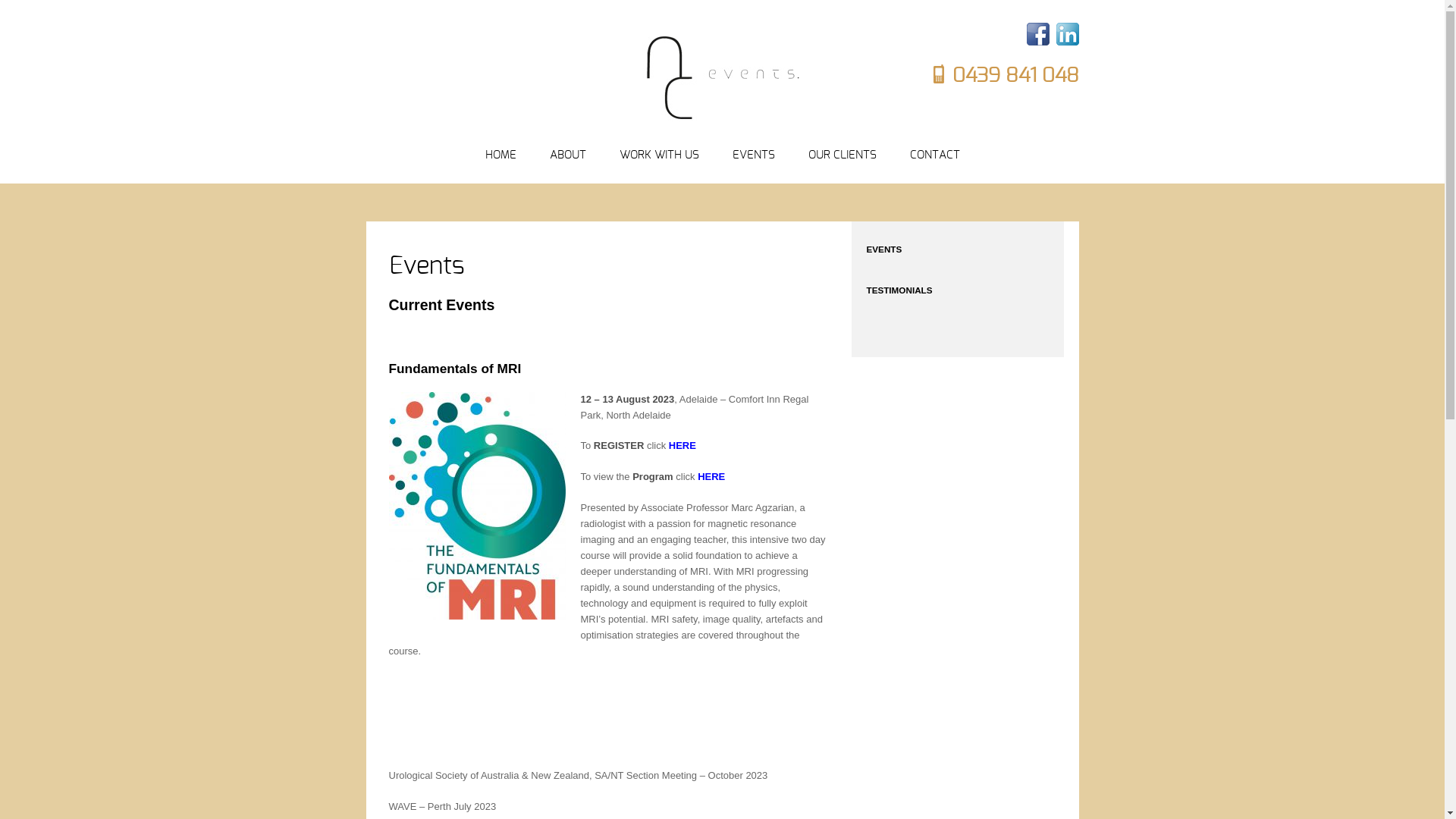 This screenshot has height=819, width=1456. What do you see at coordinates (710, 475) in the screenshot?
I see `'HERE'` at bounding box center [710, 475].